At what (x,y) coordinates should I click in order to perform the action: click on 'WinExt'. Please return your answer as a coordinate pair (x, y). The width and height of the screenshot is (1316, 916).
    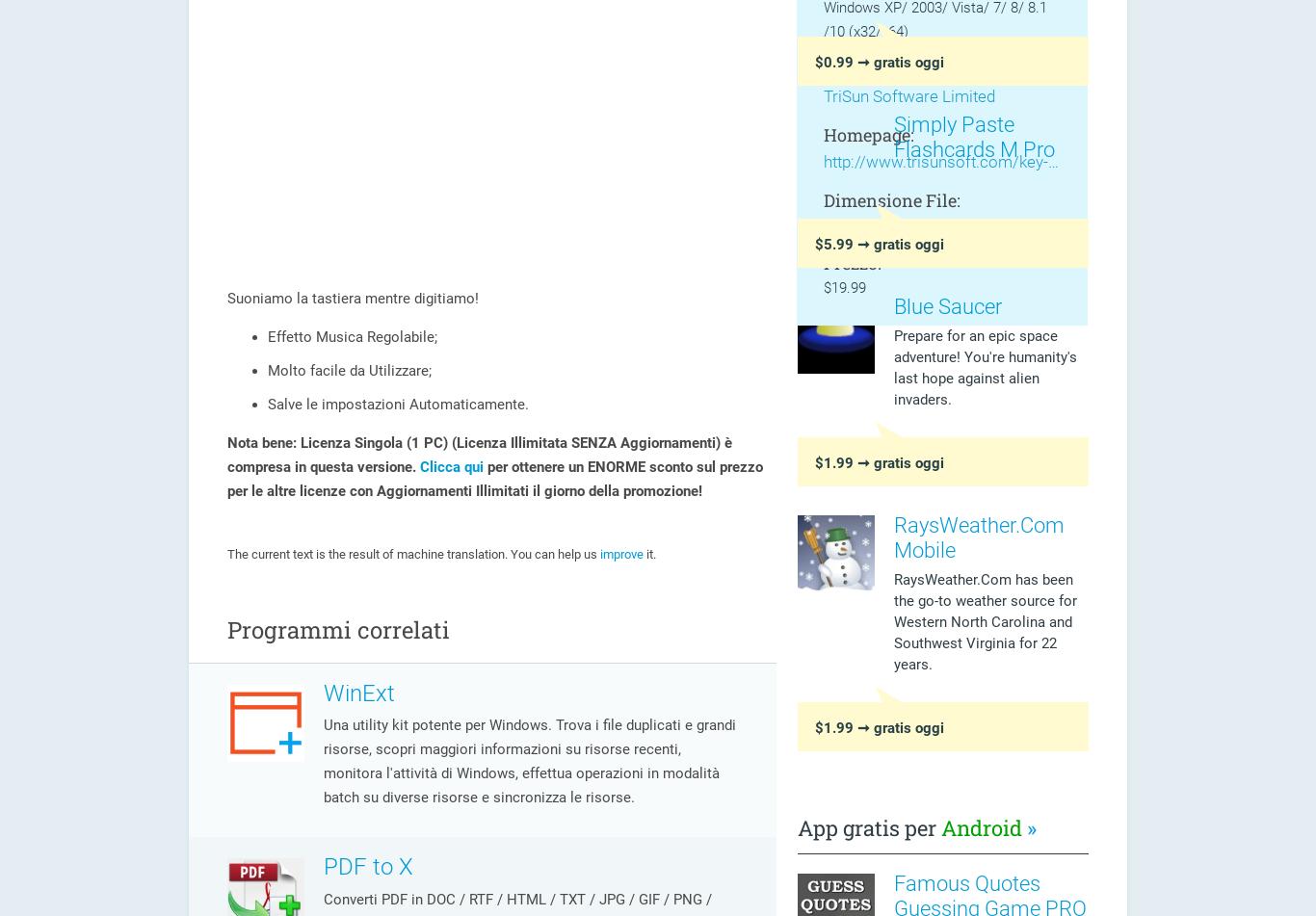
    Looking at the image, I should click on (358, 691).